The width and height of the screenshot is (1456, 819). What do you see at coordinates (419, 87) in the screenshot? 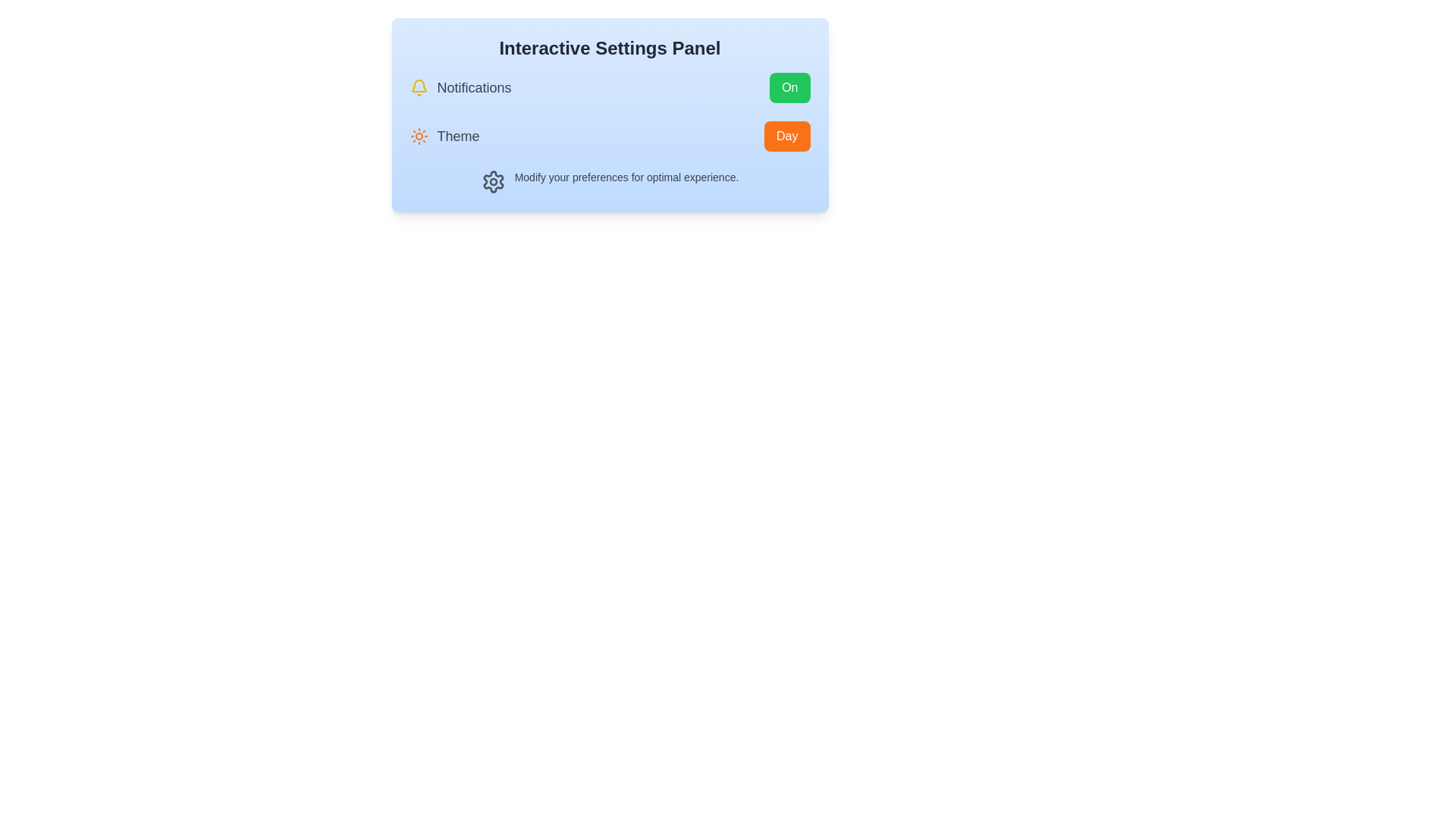
I see `the Notifications icon, which visually represents the Notifications option in the Interactive Settings Panel, located next to the text label 'Notifications'` at bounding box center [419, 87].